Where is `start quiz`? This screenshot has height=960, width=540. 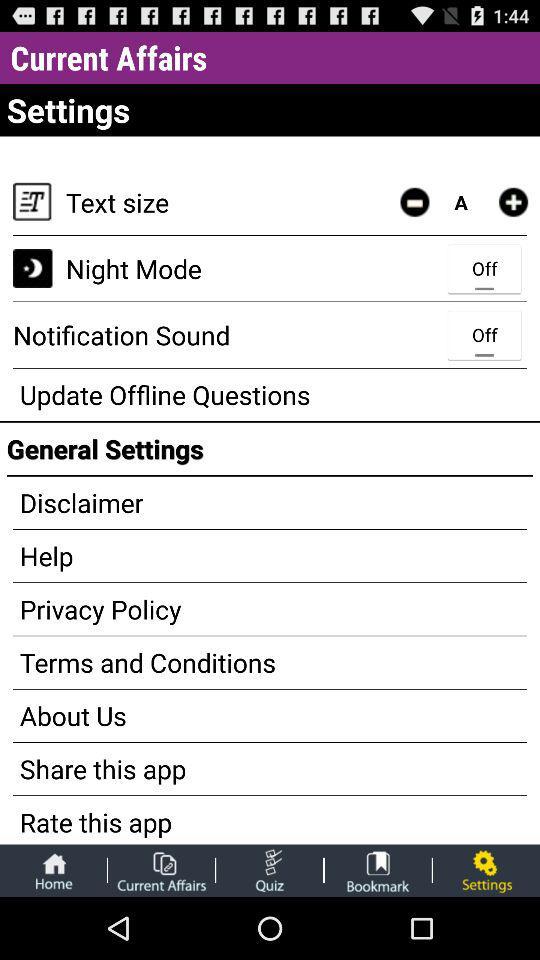
start quiz is located at coordinates (269, 869).